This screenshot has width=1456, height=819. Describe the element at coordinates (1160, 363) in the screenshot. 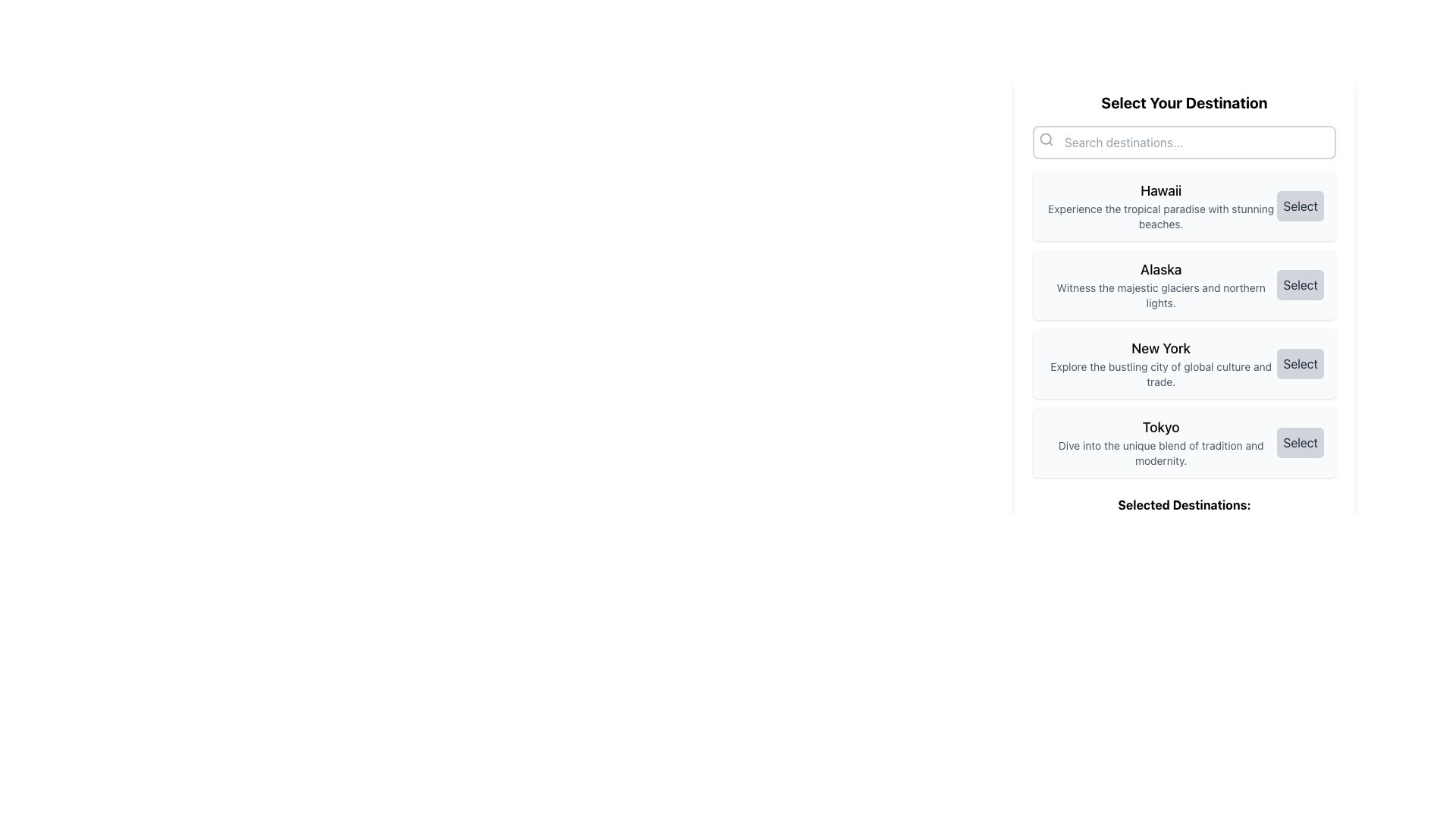

I see `the informational text block about 'New York' located in the 'Select Your Destination' section, which is situated in the third row between 'Alaska' and 'Tokyo'` at that location.